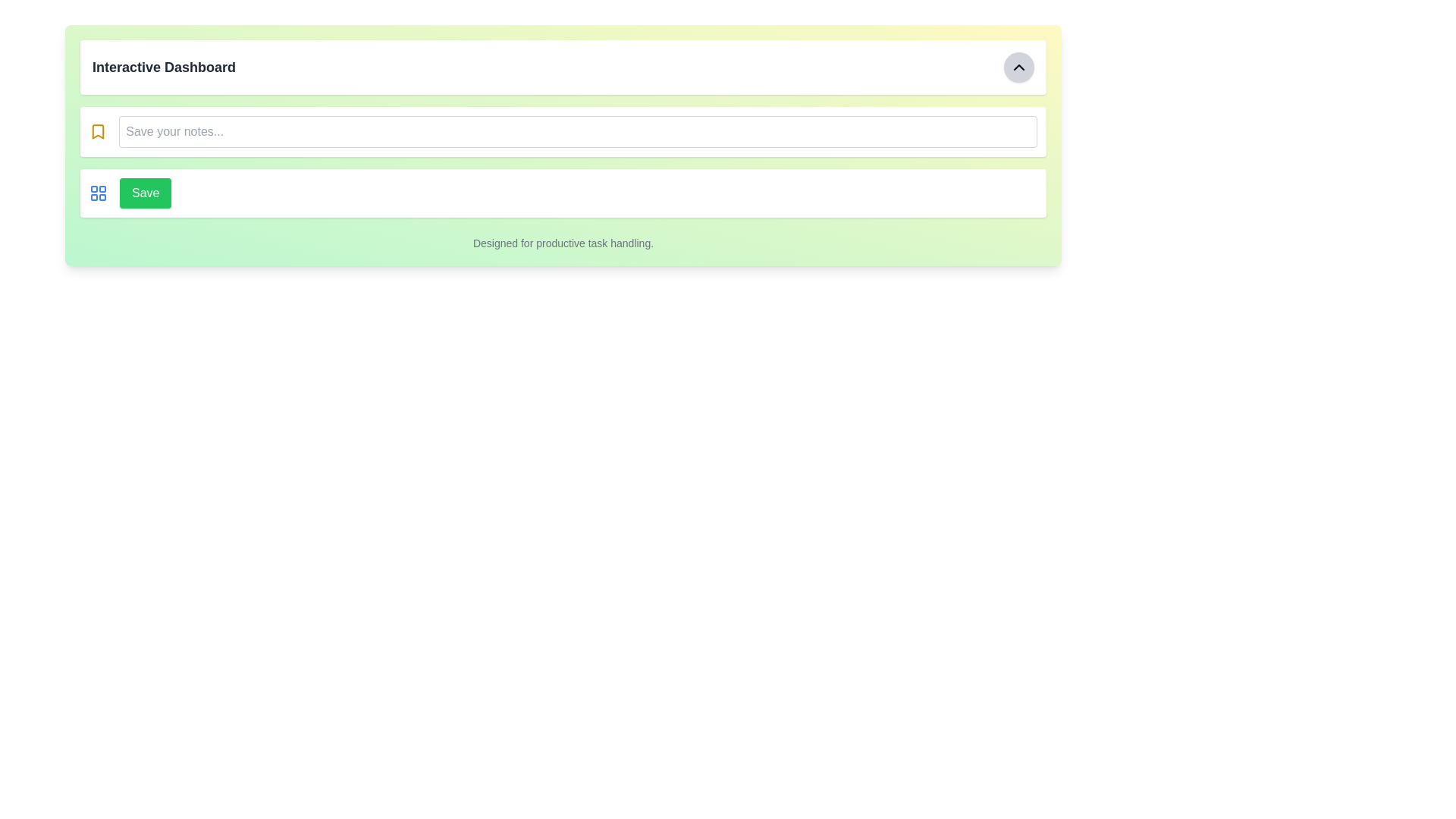  What do you see at coordinates (1019, 66) in the screenshot?
I see `the chevron-shaped icon in the circular button located at the top right of the 'Interactive Dashboard' panel` at bounding box center [1019, 66].